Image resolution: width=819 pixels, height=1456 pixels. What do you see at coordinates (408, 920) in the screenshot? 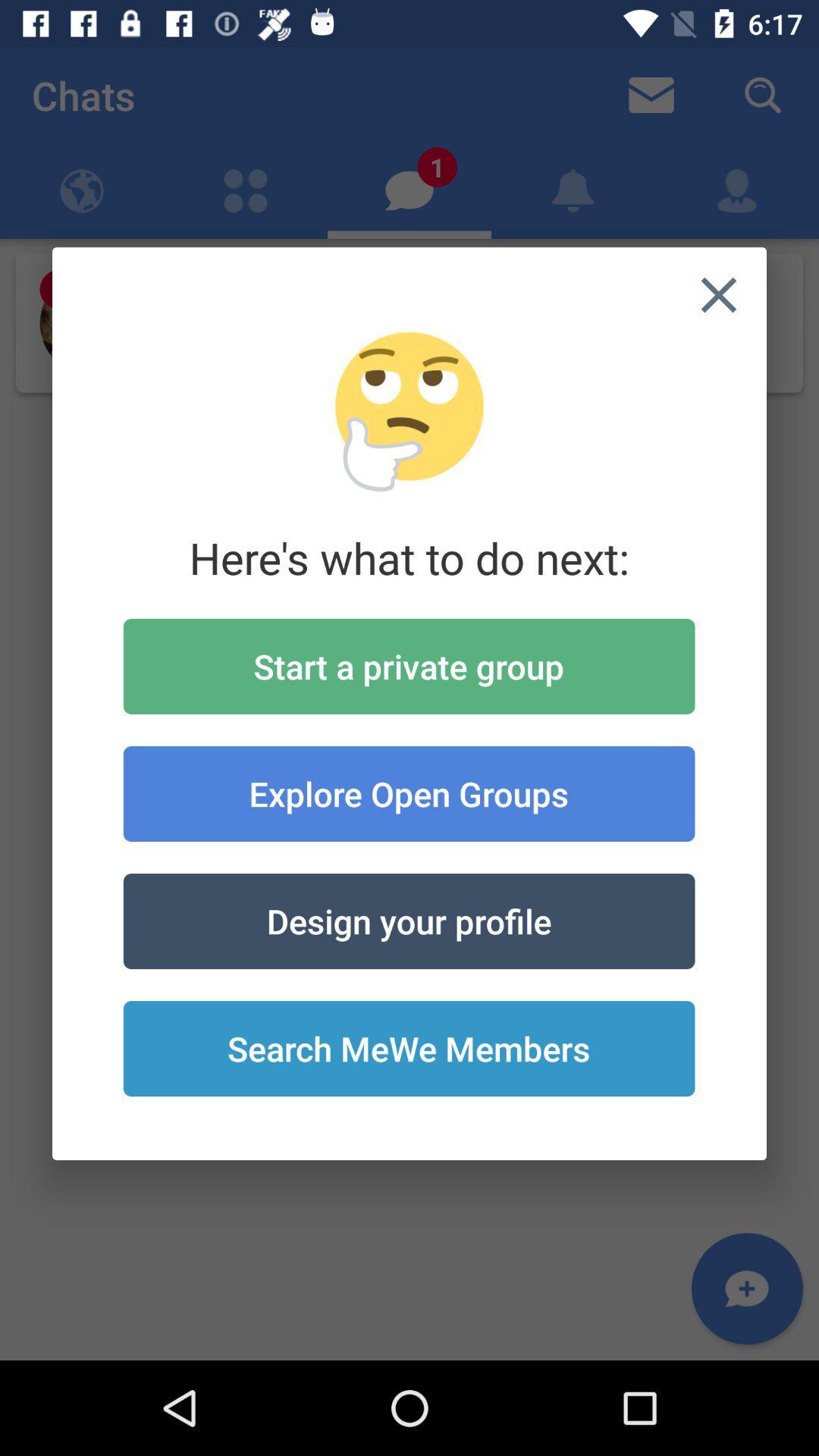
I see `the design your profile item` at bounding box center [408, 920].